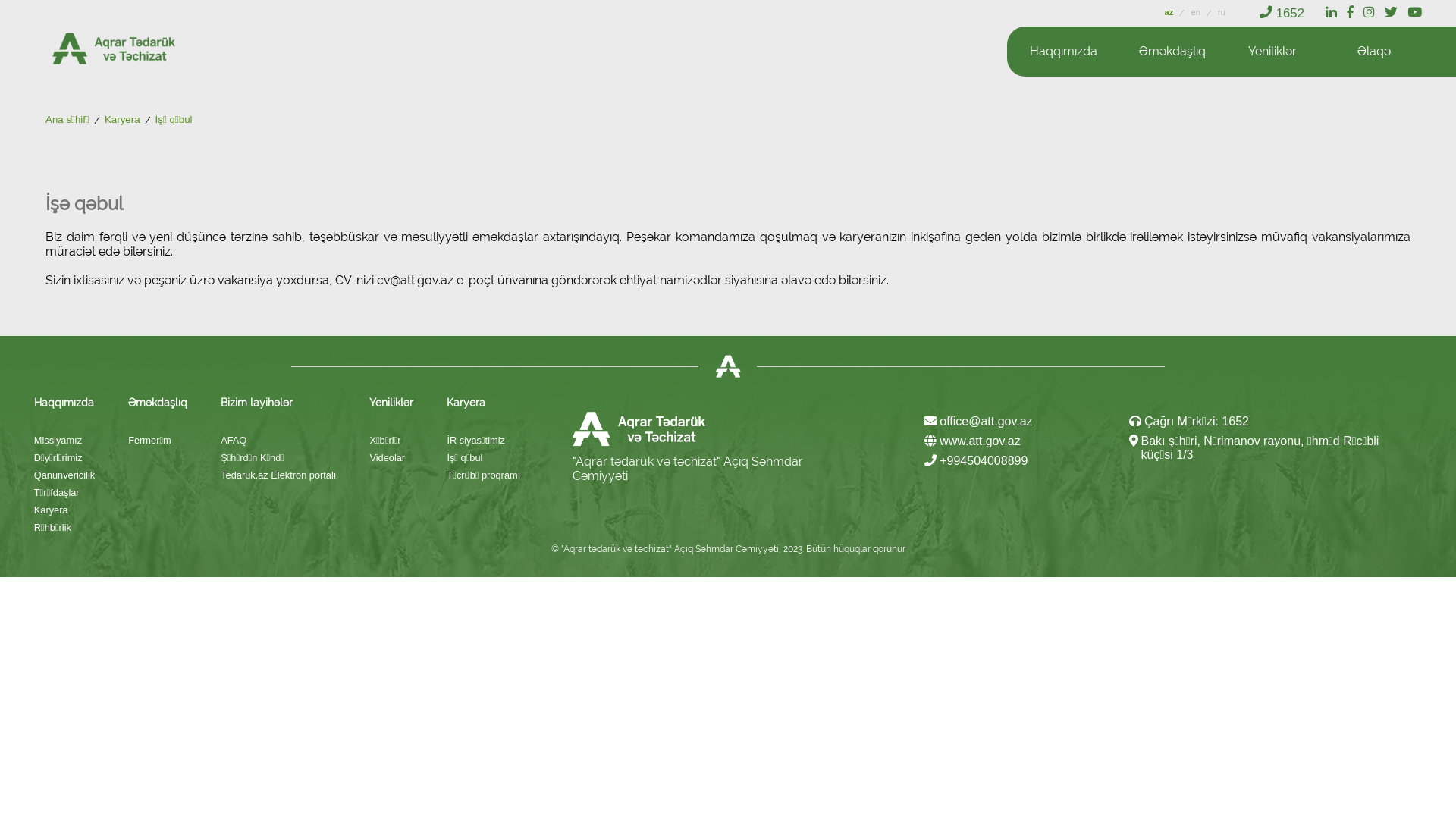  Describe the element at coordinates (1222, 11) in the screenshot. I see `'ru'` at that location.